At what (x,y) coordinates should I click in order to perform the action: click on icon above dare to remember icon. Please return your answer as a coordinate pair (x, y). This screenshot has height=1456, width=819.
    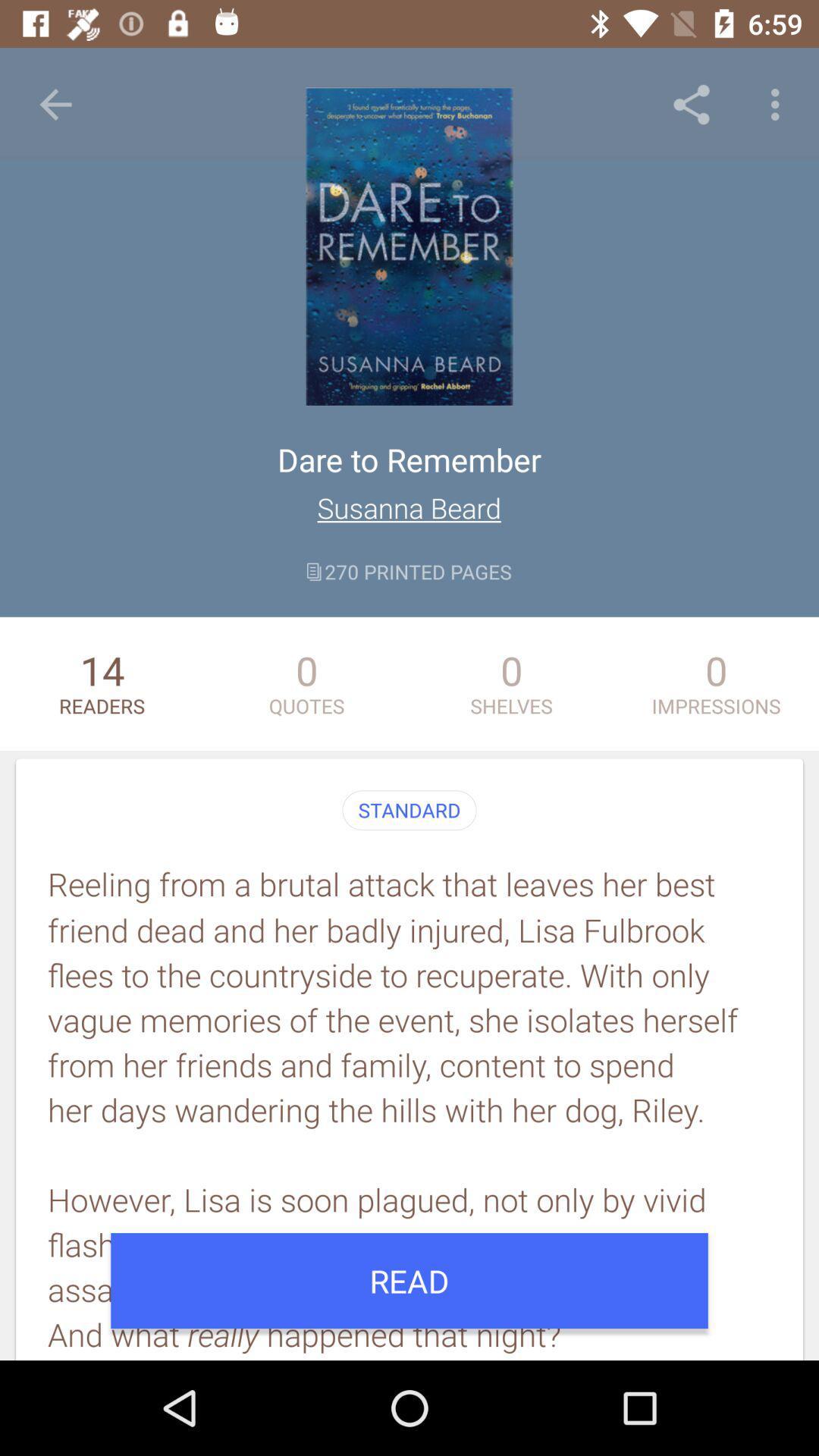
    Looking at the image, I should click on (691, 104).